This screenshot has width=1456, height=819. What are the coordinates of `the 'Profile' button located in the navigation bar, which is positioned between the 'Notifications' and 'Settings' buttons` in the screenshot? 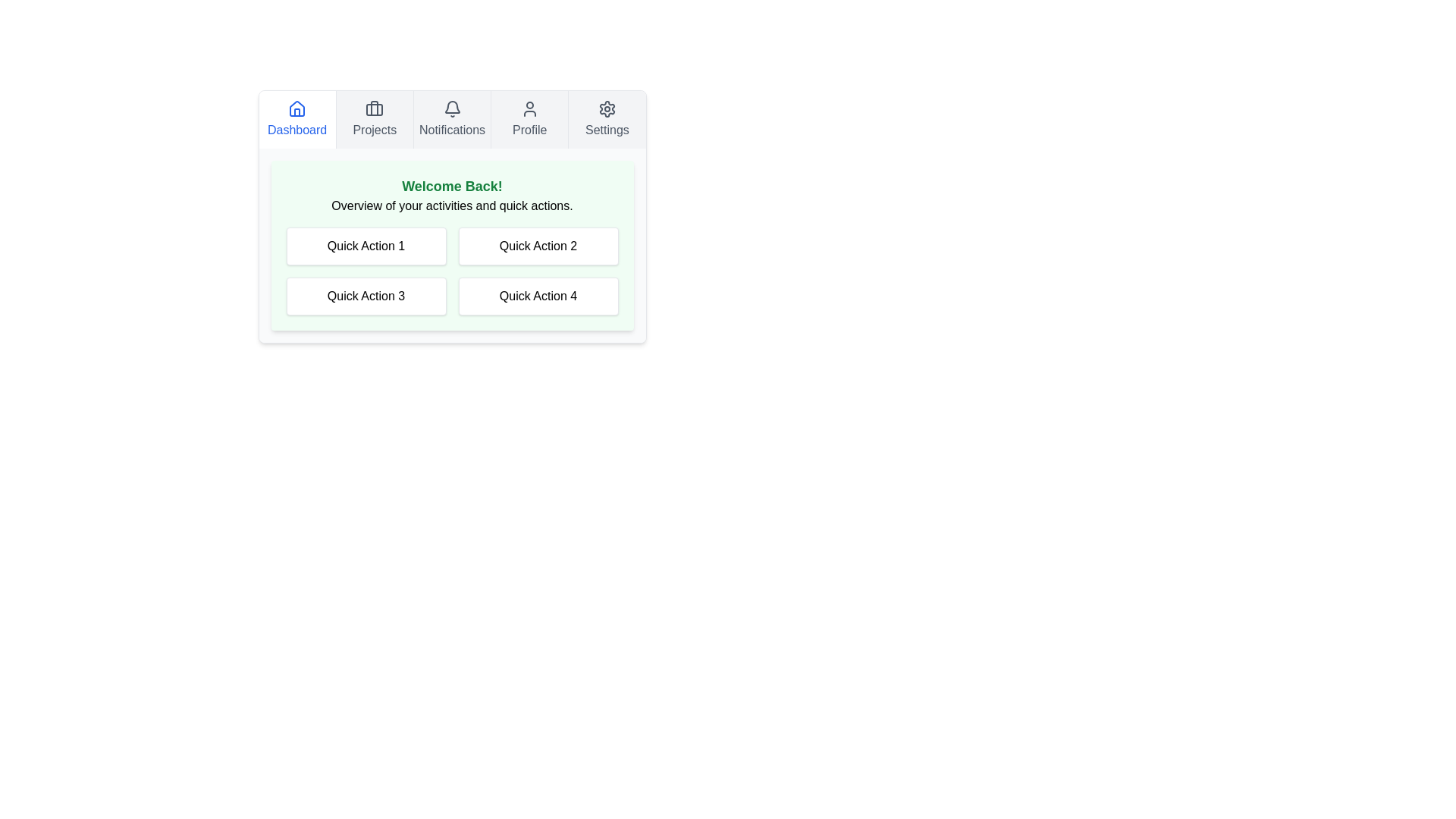 It's located at (529, 119).